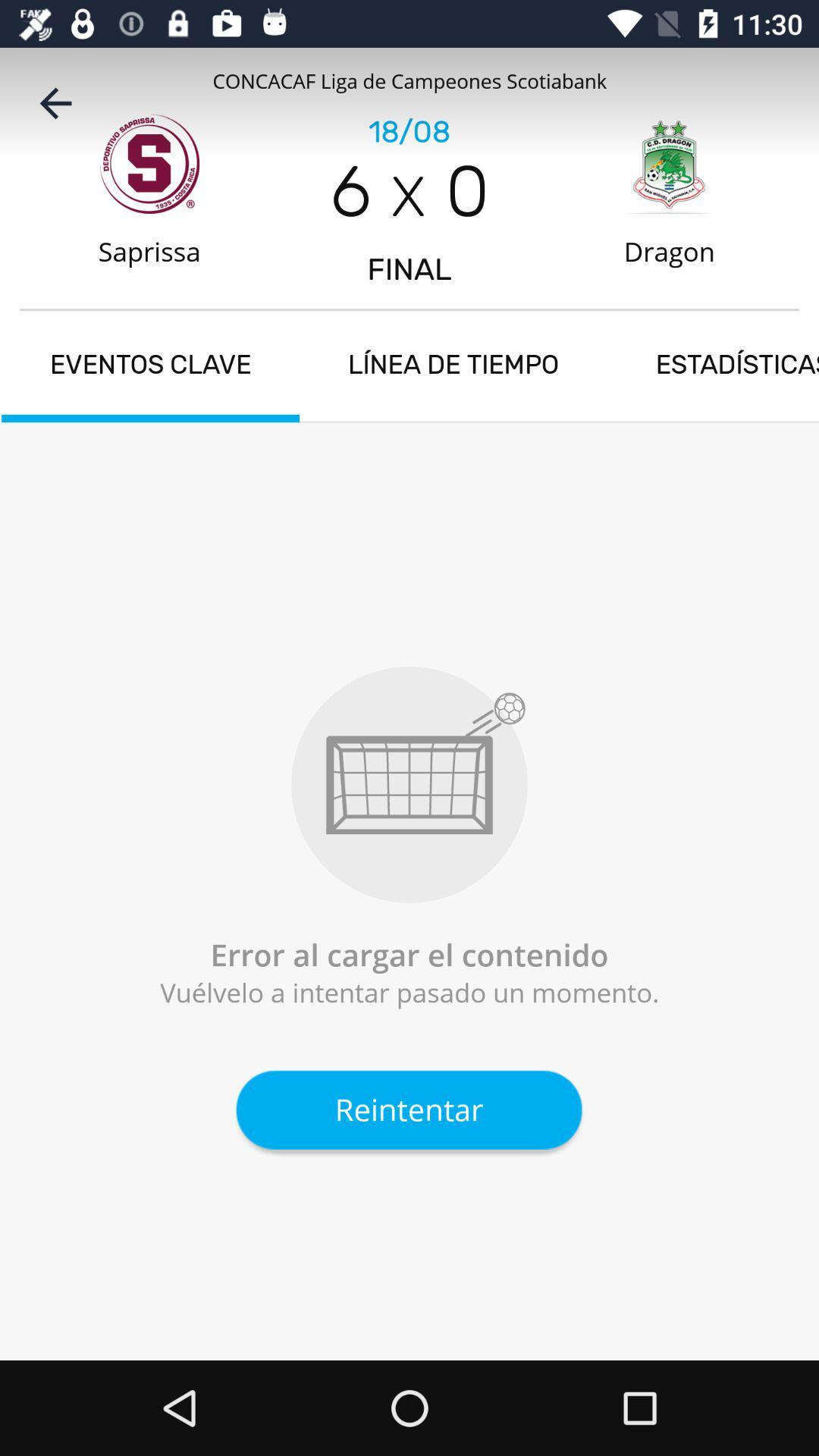 The width and height of the screenshot is (819, 1456). I want to click on icon next to the 18/08, so click(55, 102).